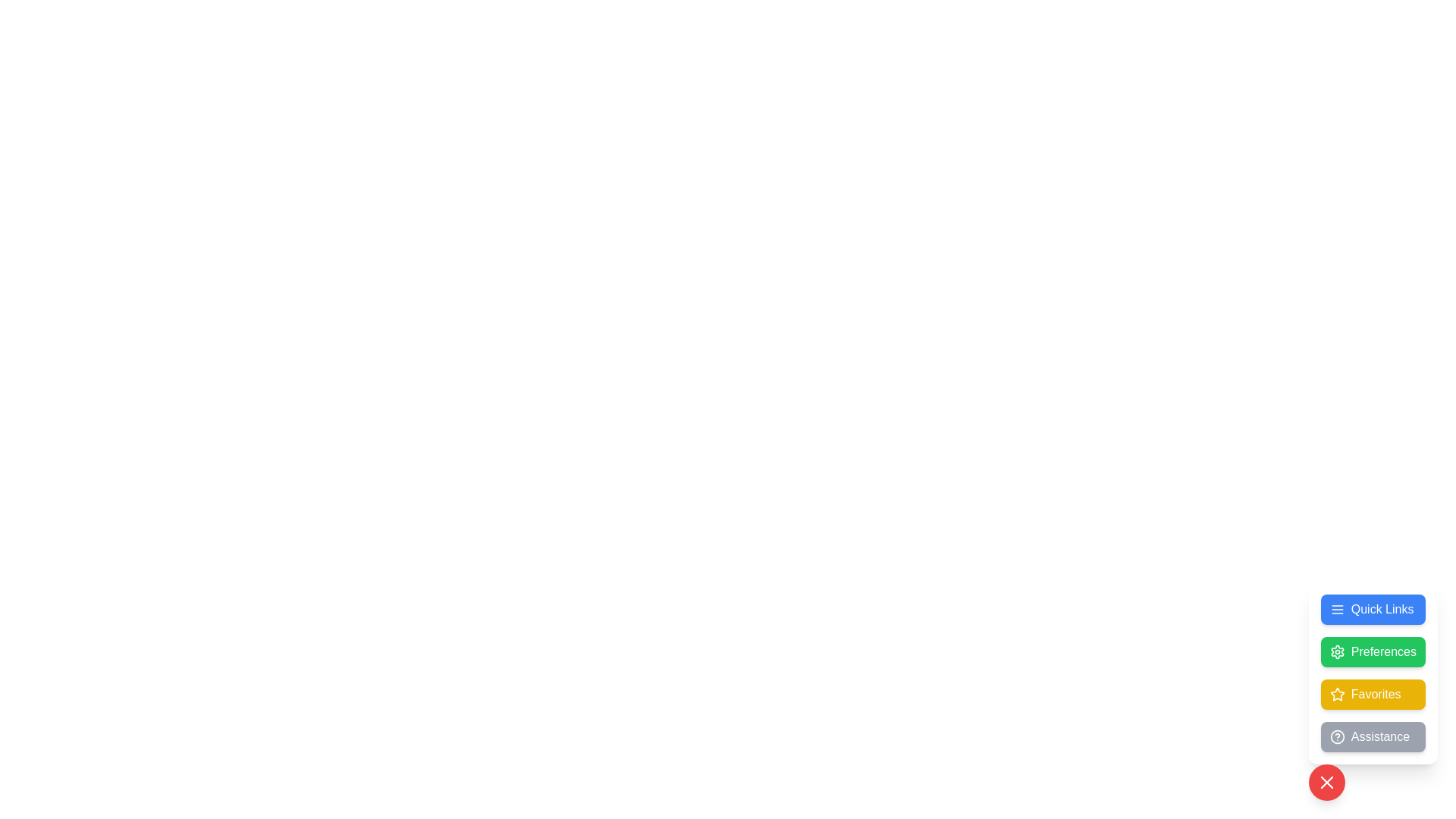  What do you see at coordinates (1373, 691) in the screenshot?
I see `the yellow rectangular button labeled 'Favorites' with a star icon on its left` at bounding box center [1373, 691].